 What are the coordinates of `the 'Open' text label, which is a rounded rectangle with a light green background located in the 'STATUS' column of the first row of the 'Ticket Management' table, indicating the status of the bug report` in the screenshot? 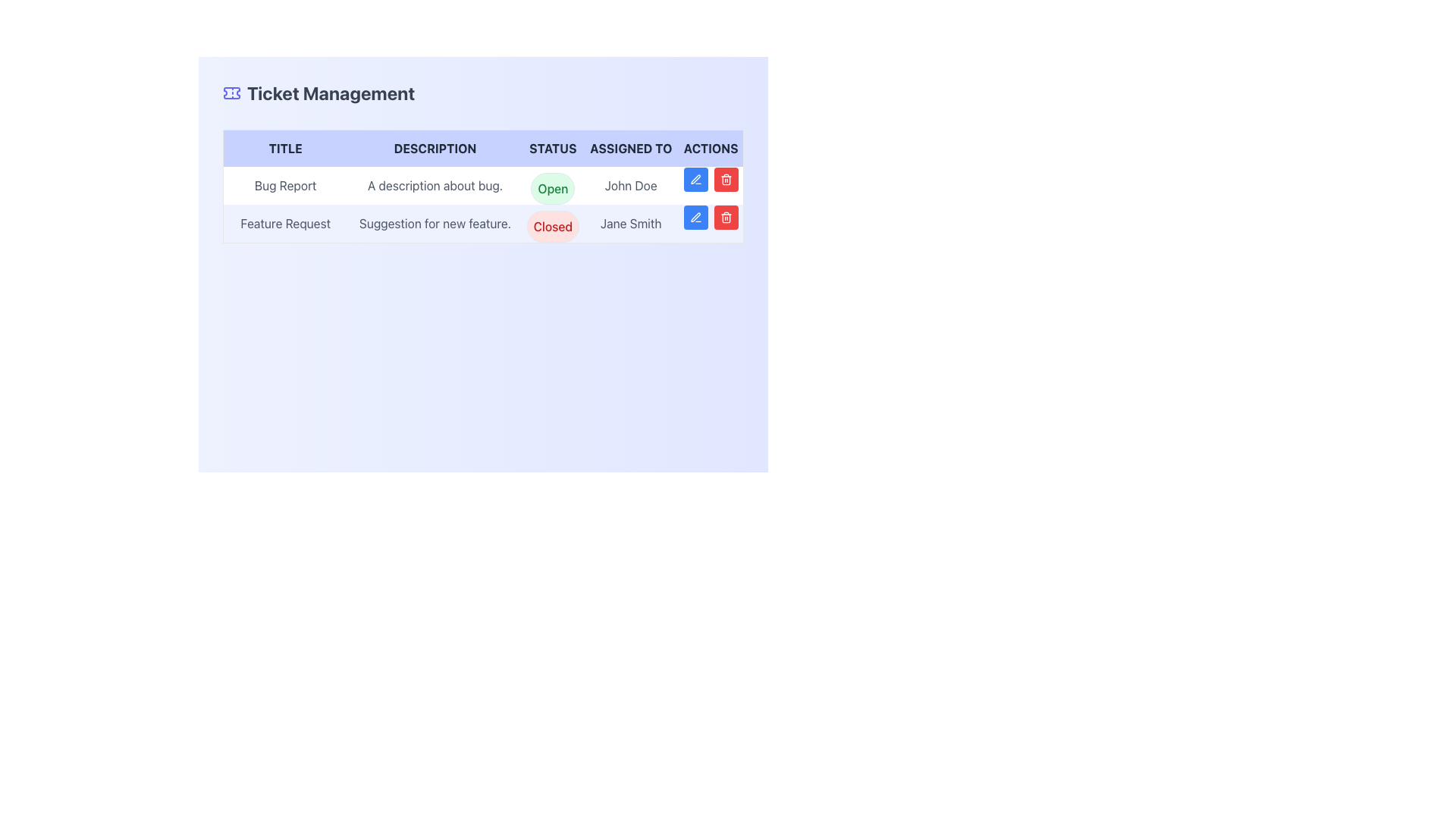 It's located at (552, 187).